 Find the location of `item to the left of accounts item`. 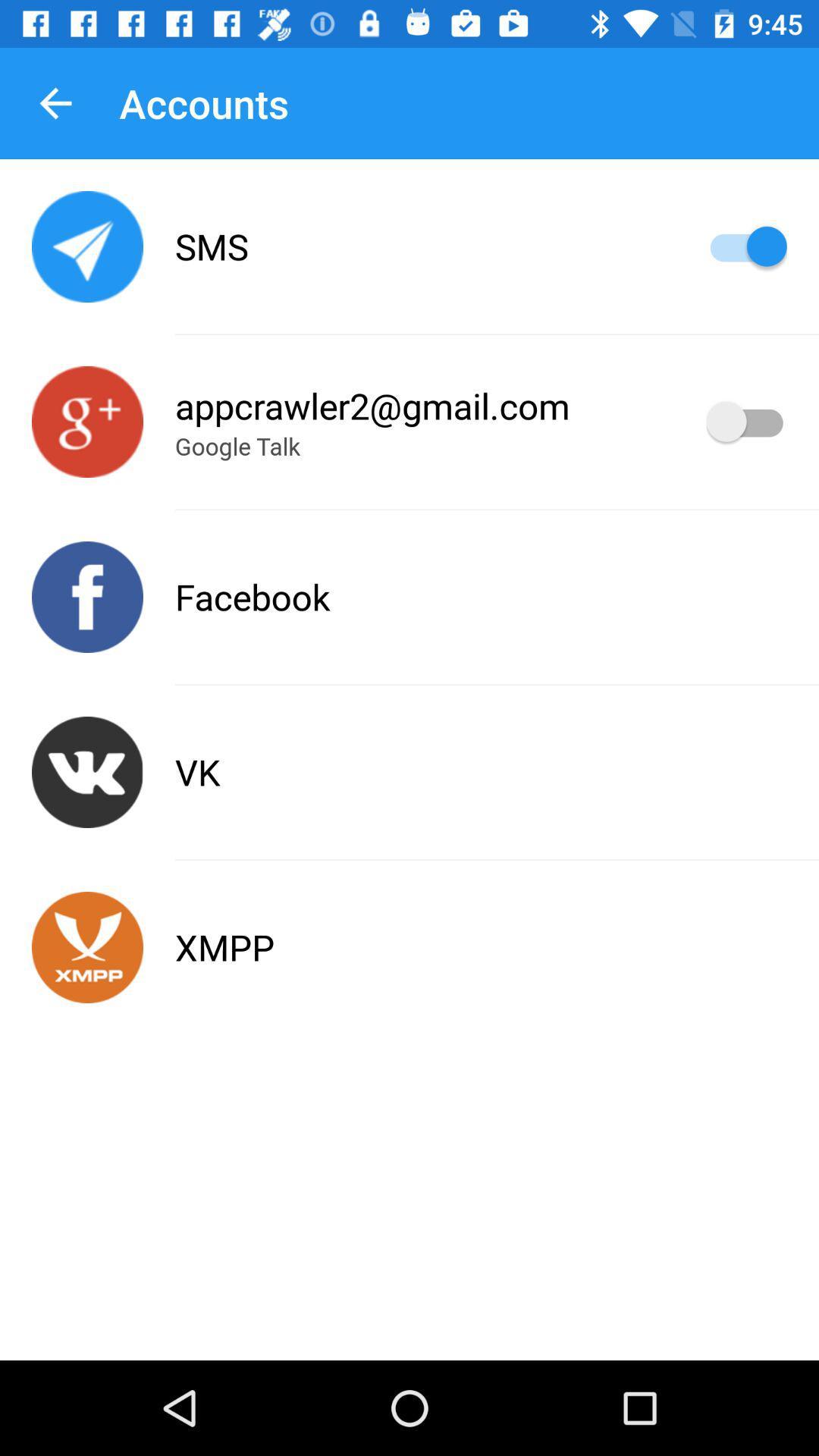

item to the left of accounts item is located at coordinates (55, 102).